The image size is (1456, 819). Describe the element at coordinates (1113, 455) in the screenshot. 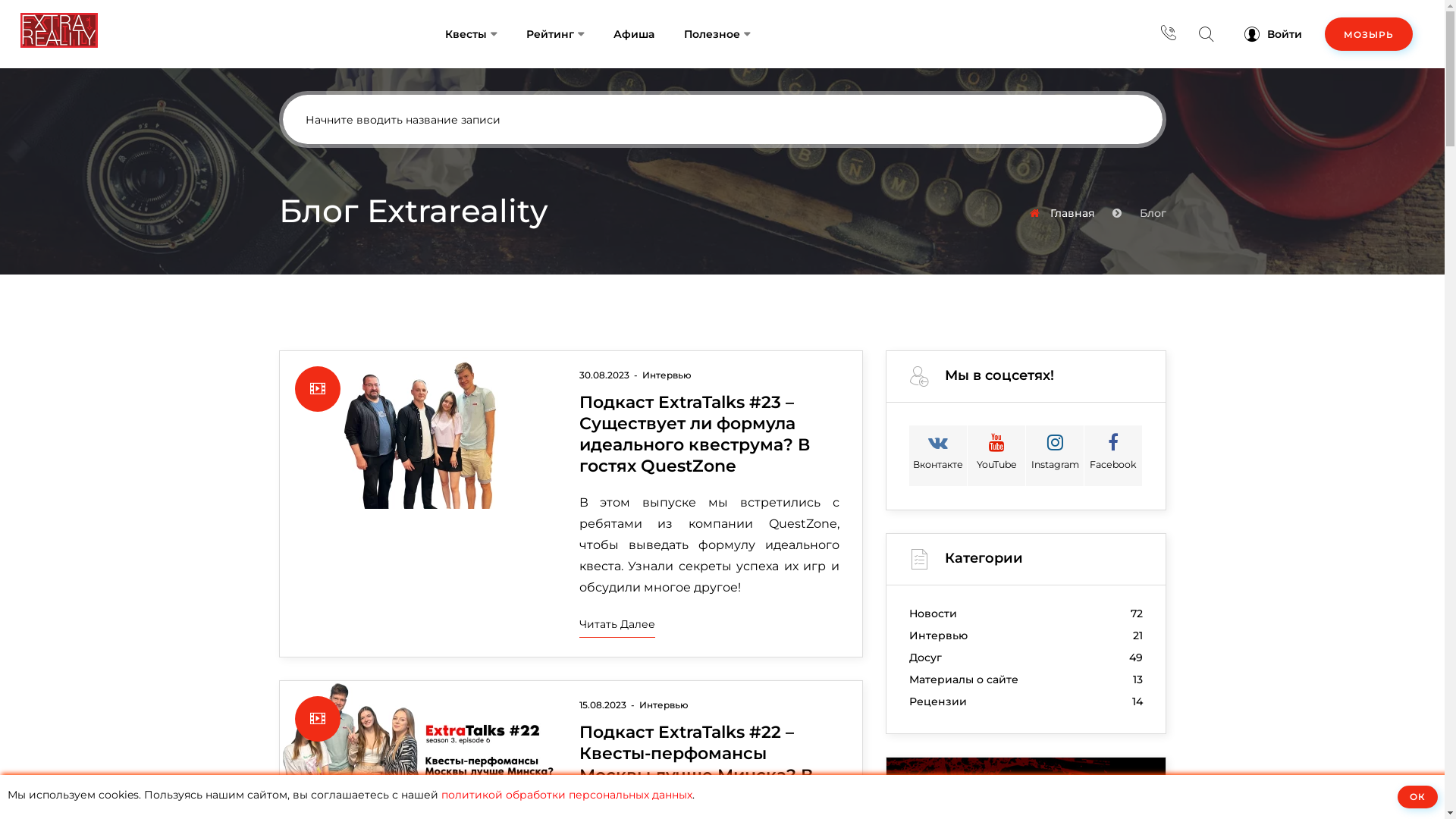

I see `'Facebook'` at that location.